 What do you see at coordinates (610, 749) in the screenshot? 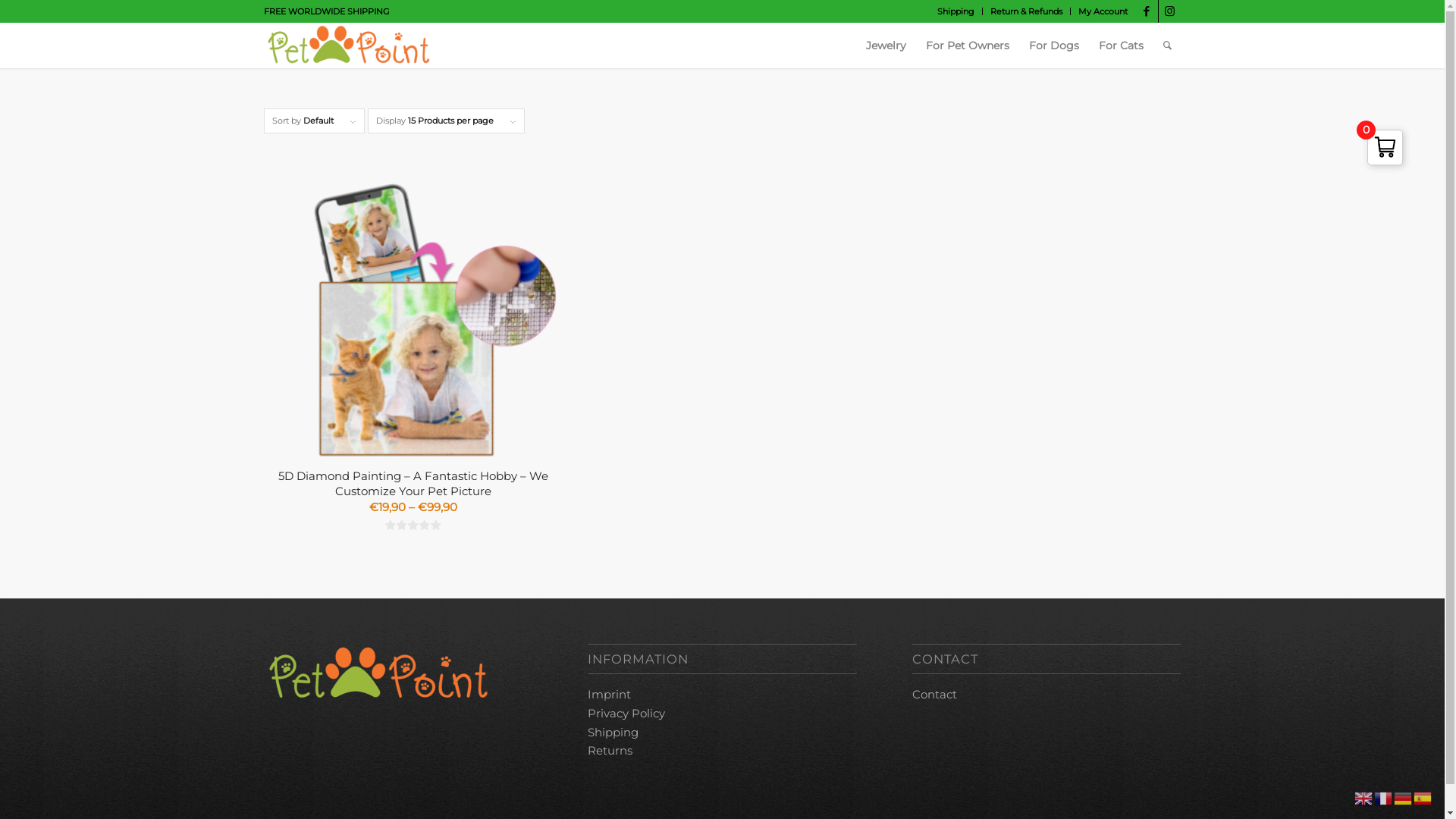
I see `'Returns'` at bounding box center [610, 749].